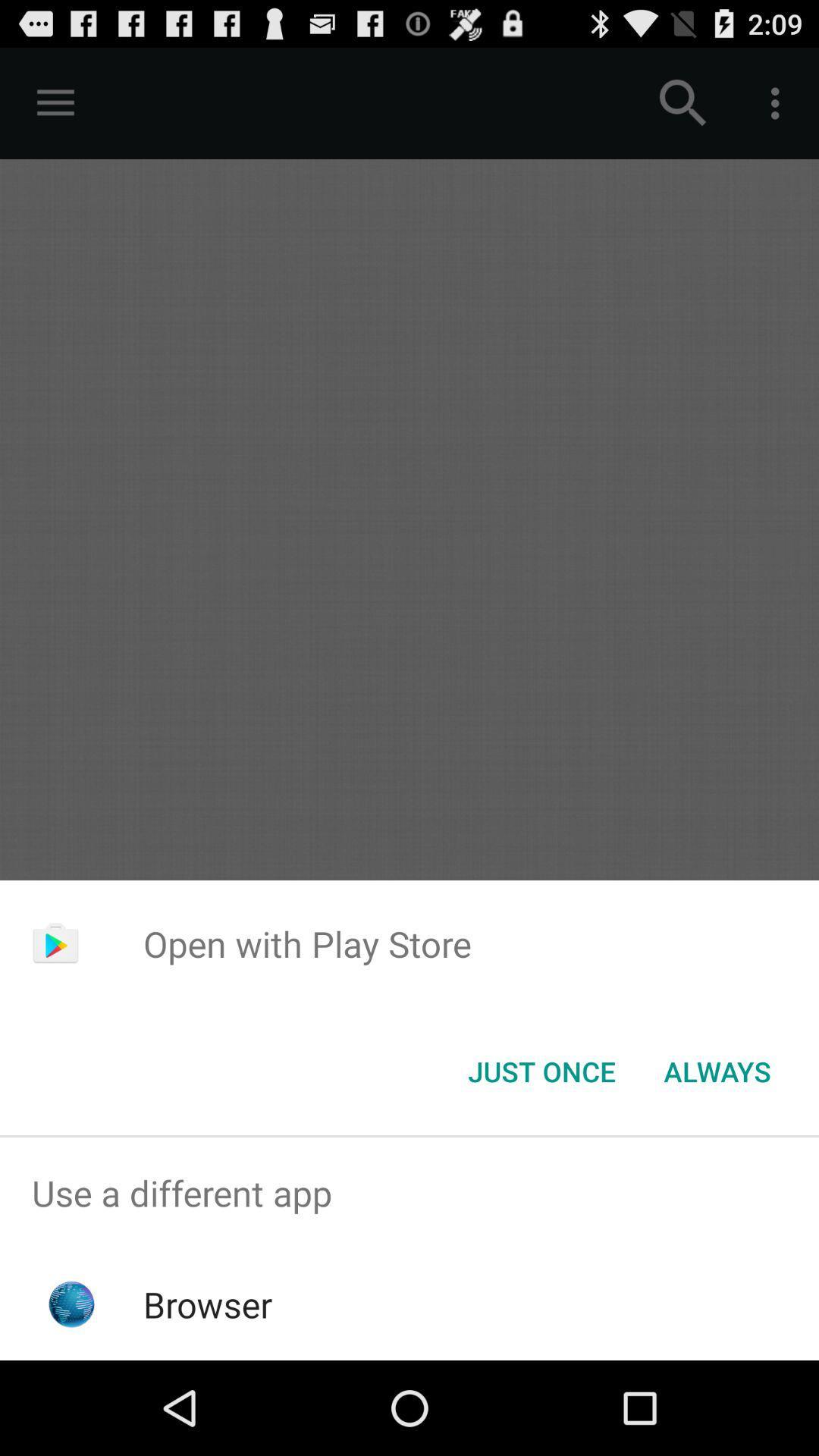  Describe the element at coordinates (541, 1070) in the screenshot. I see `the just once` at that location.